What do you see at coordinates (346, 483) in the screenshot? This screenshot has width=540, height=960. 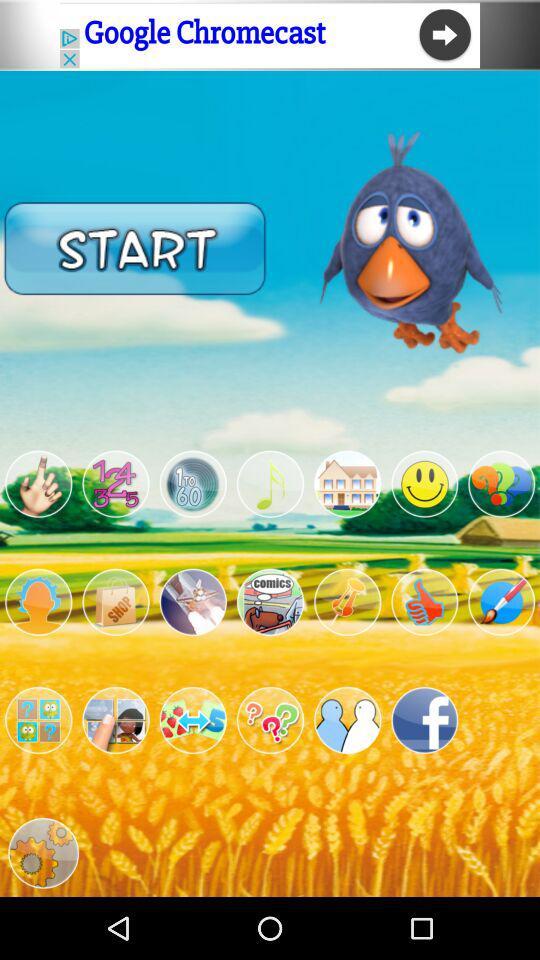 I see `the house song` at bounding box center [346, 483].